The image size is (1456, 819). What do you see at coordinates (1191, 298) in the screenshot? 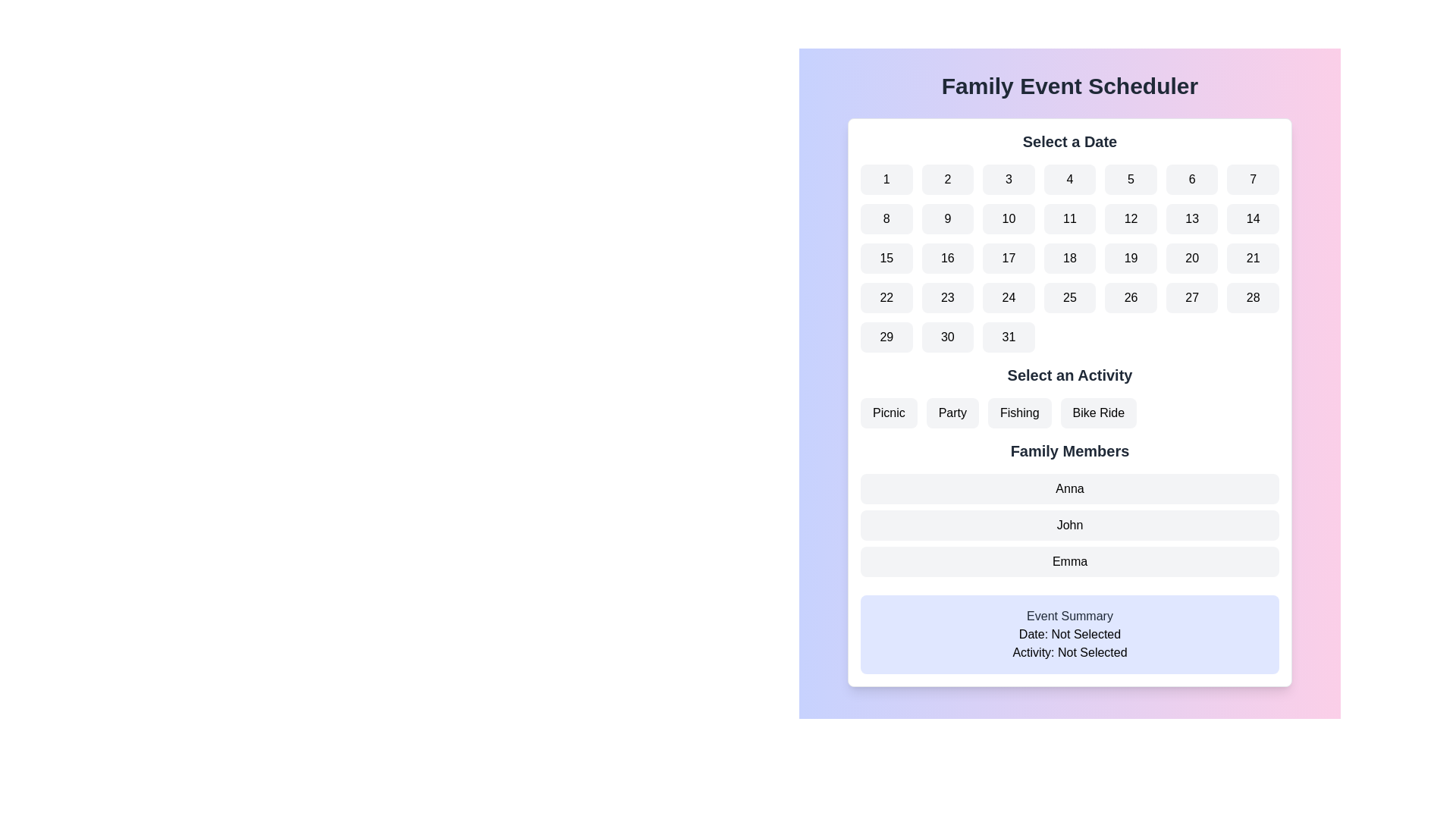
I see `the button displaying the number '27', which is located in the fourth row and sixth column of the grid layout under the 'Select a Date' title` at bounding box center [1191, 298].